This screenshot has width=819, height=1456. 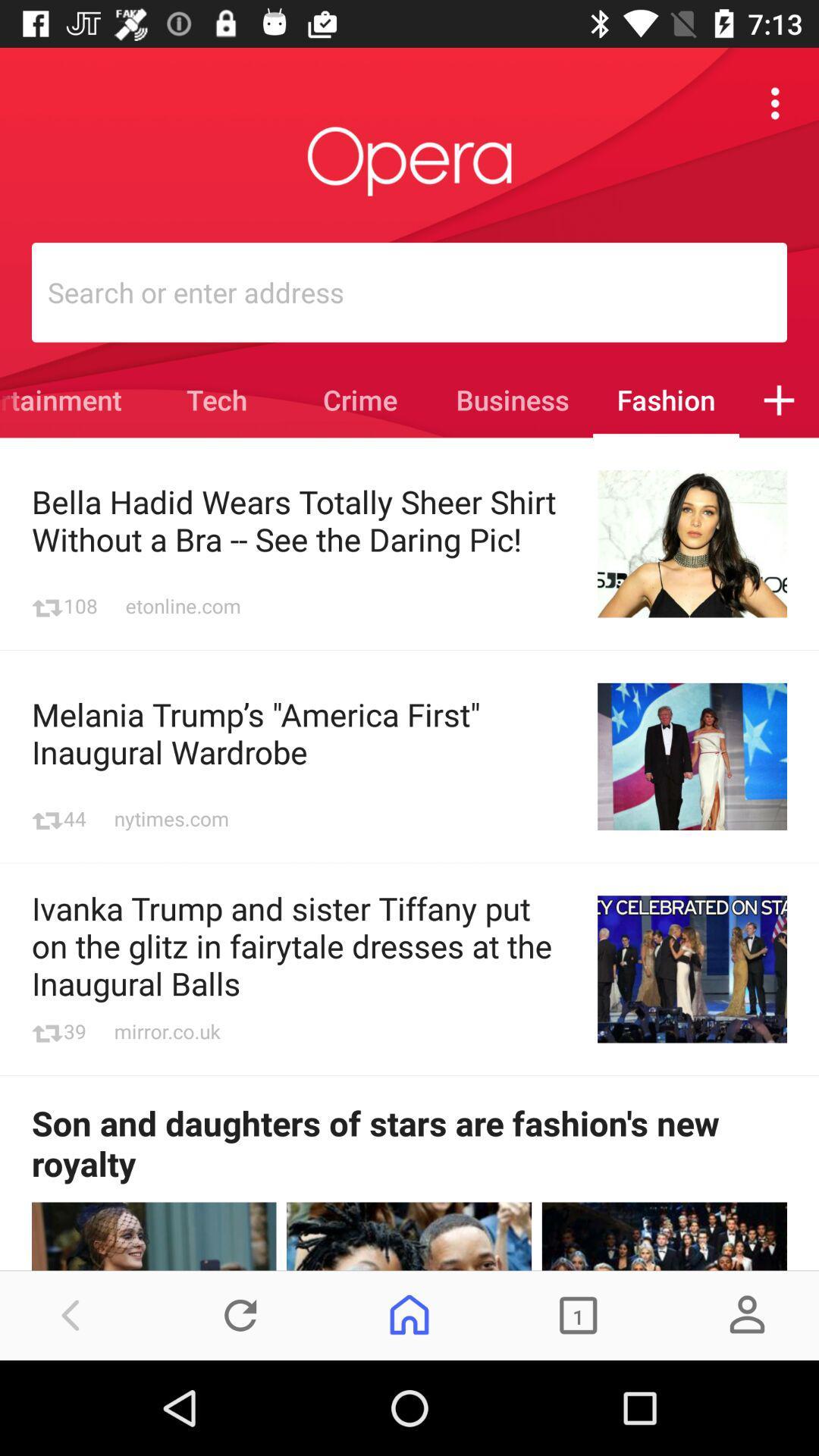 What do you see at coordinates (71, 1314) in the screenshot?
I see `the arrow_backward icon` at bounding box center [71, 1314].